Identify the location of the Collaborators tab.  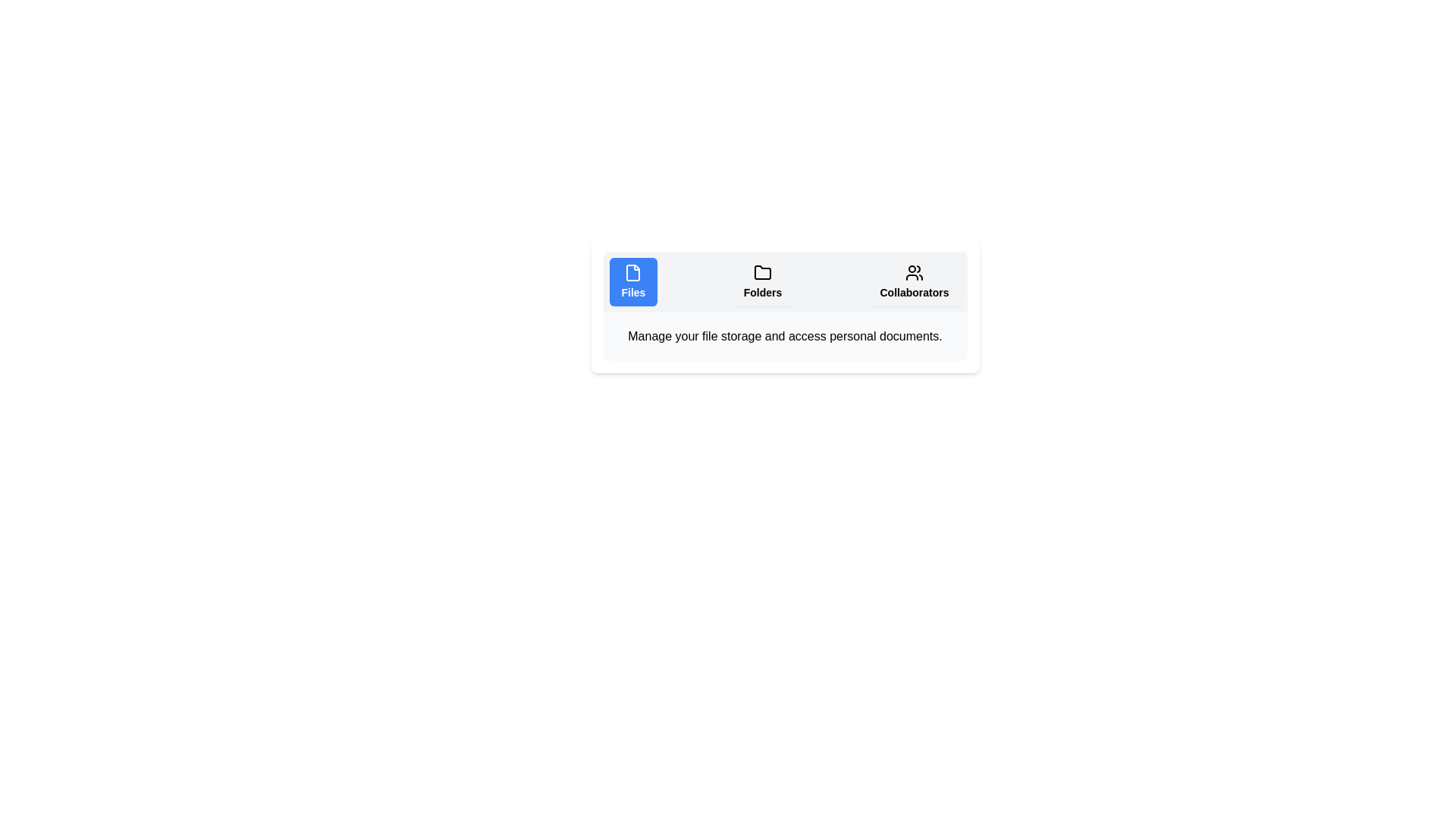
(913, 281).